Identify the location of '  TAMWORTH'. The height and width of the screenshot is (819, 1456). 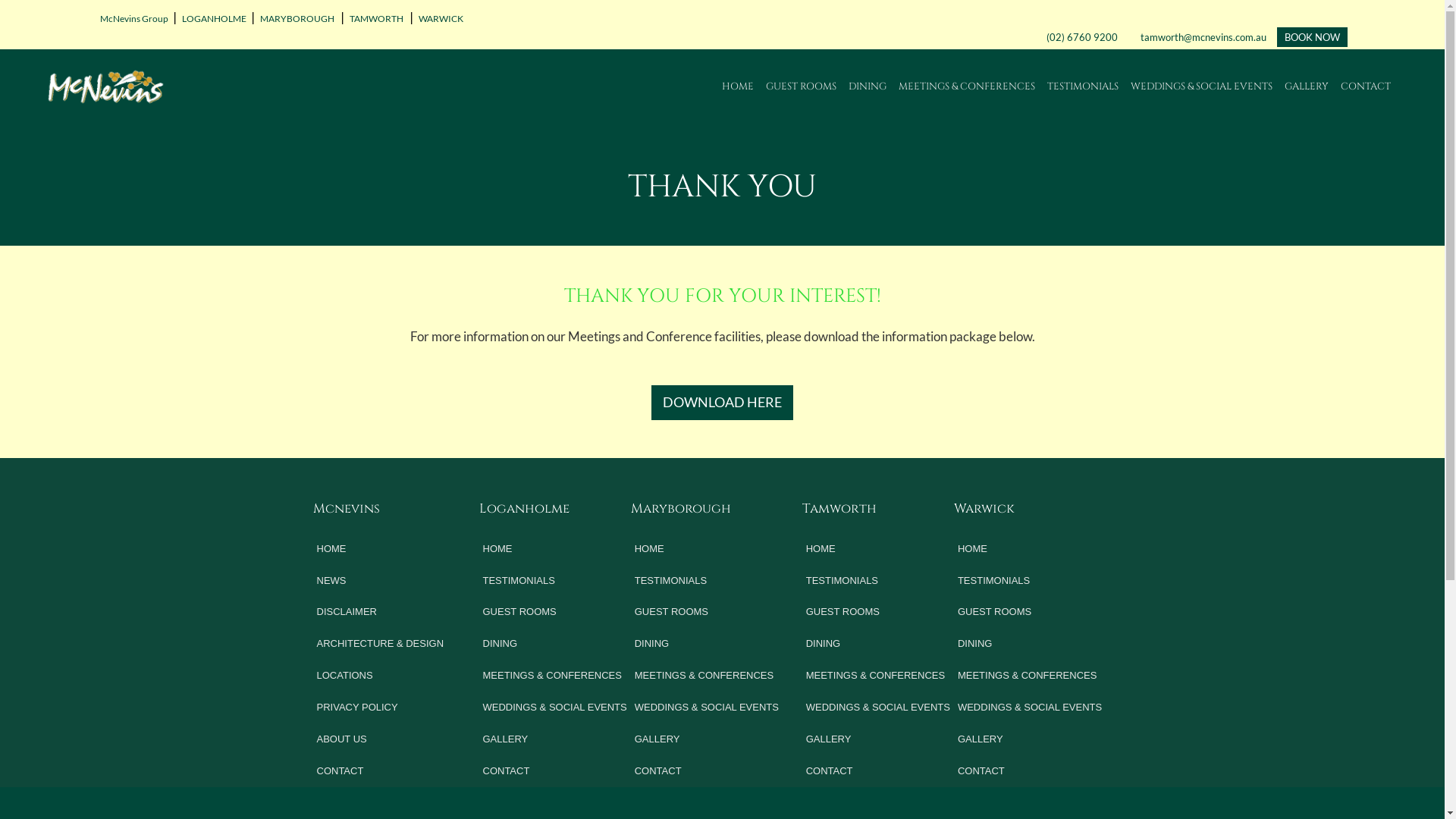
(375, 18).